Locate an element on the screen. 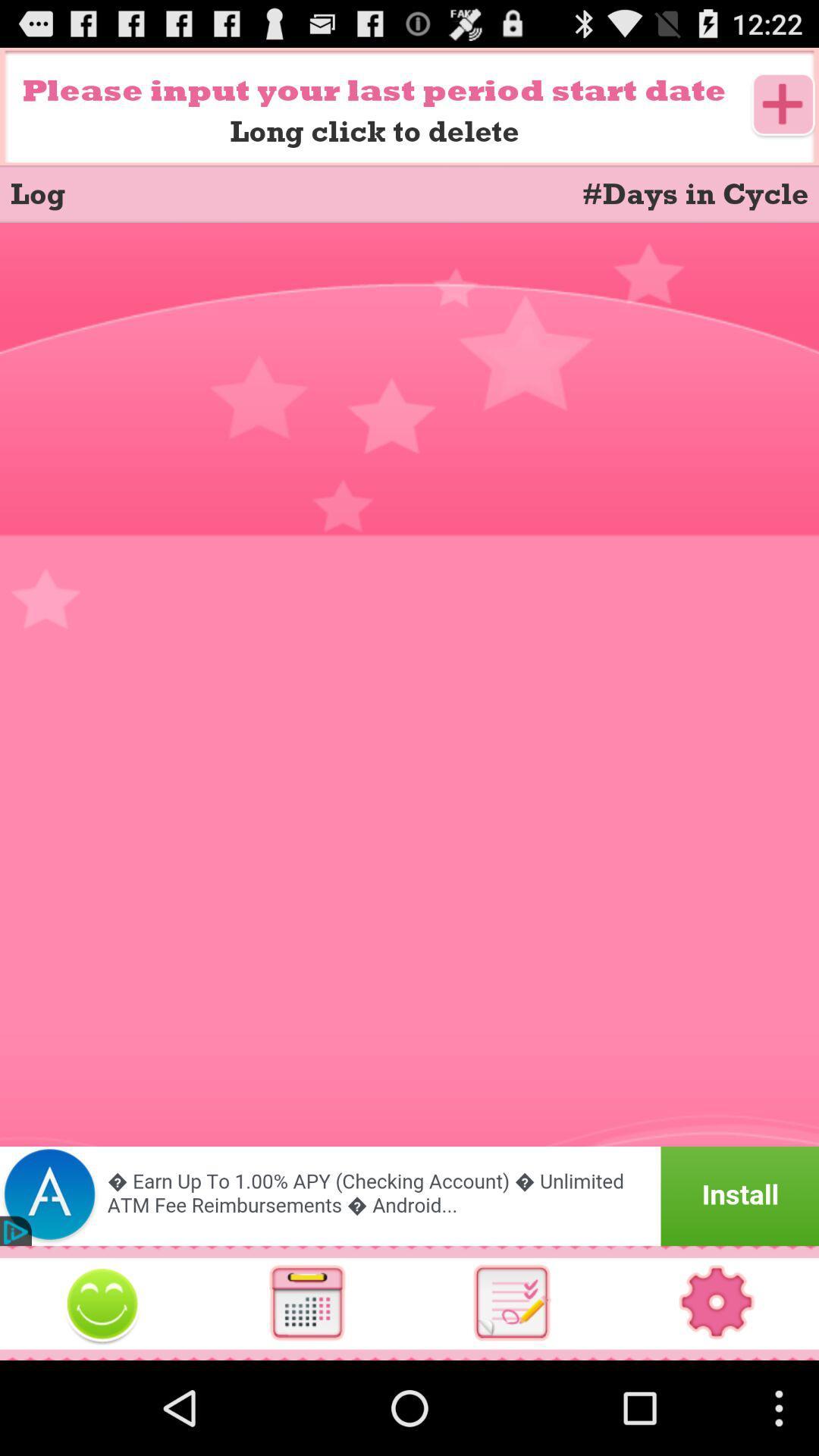 This screenshot has height=1456, width=819. date is located at coordinates (783, 105).